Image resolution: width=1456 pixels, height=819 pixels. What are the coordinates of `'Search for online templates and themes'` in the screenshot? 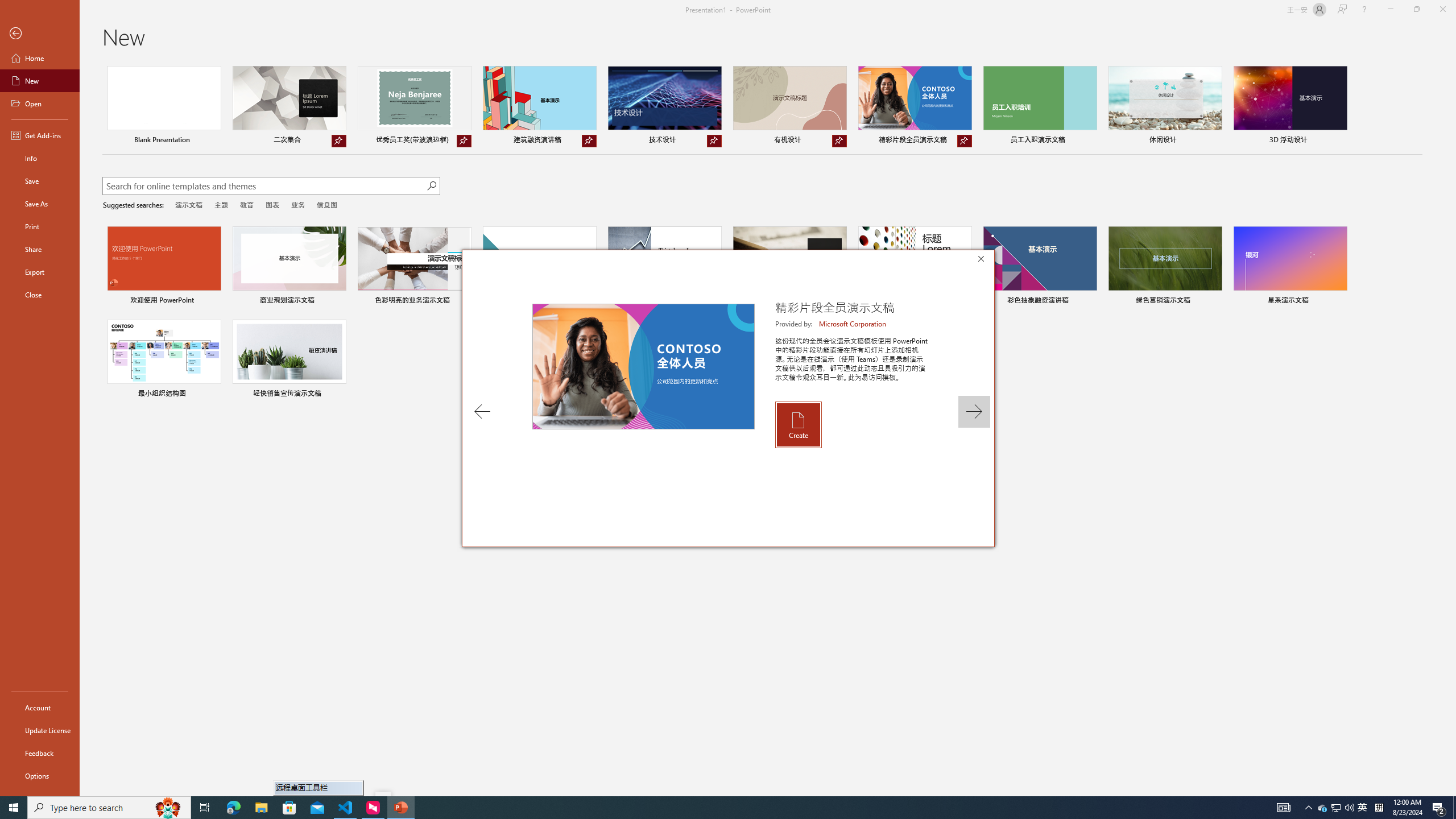 It's located at (264, 187).